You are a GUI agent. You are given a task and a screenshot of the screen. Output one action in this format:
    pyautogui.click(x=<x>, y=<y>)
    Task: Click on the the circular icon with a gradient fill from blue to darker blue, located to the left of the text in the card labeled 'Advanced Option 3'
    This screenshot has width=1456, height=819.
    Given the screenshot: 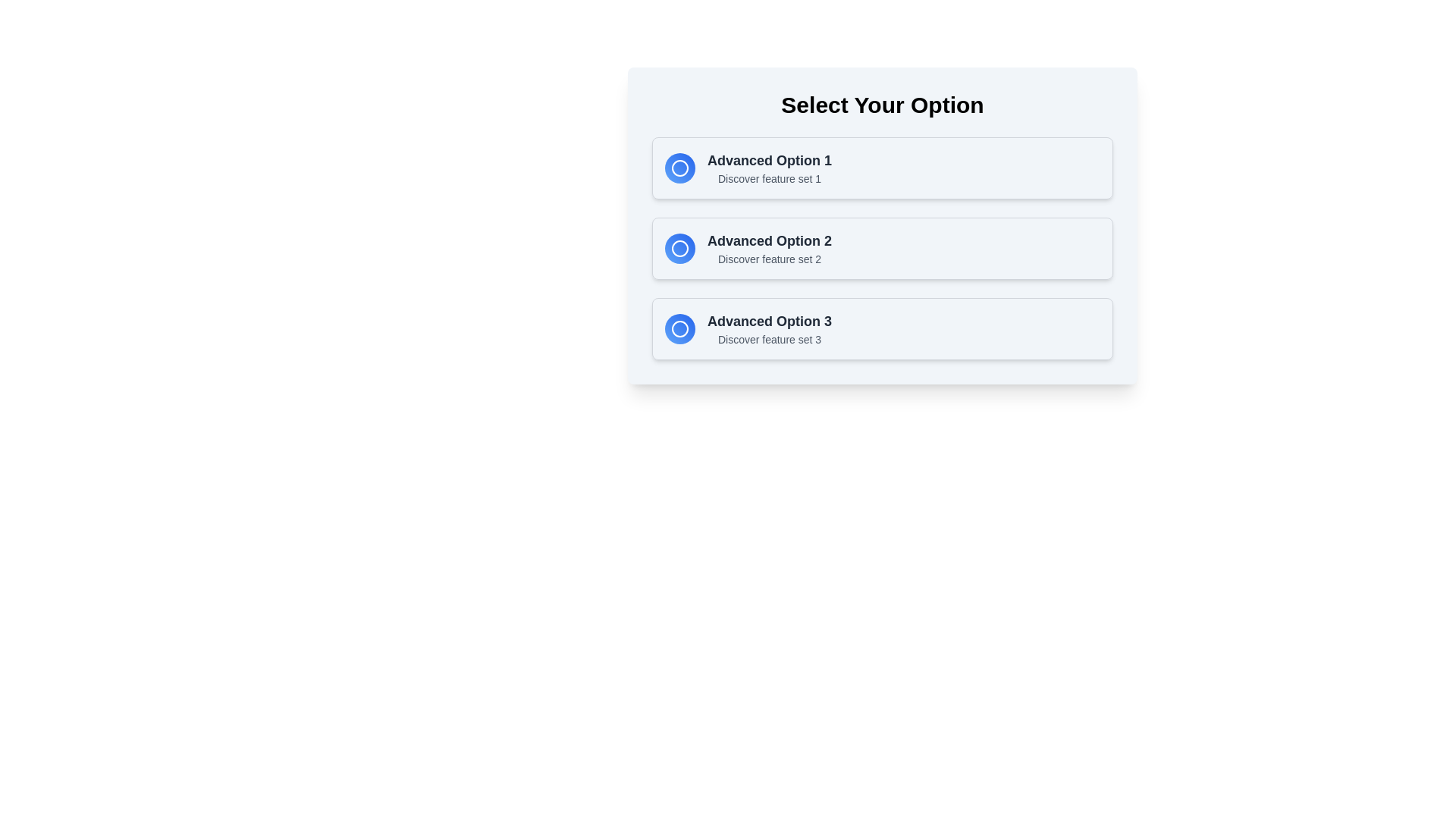 What is the action you would take?
    pyautogui.click(x=679, y=328)
    